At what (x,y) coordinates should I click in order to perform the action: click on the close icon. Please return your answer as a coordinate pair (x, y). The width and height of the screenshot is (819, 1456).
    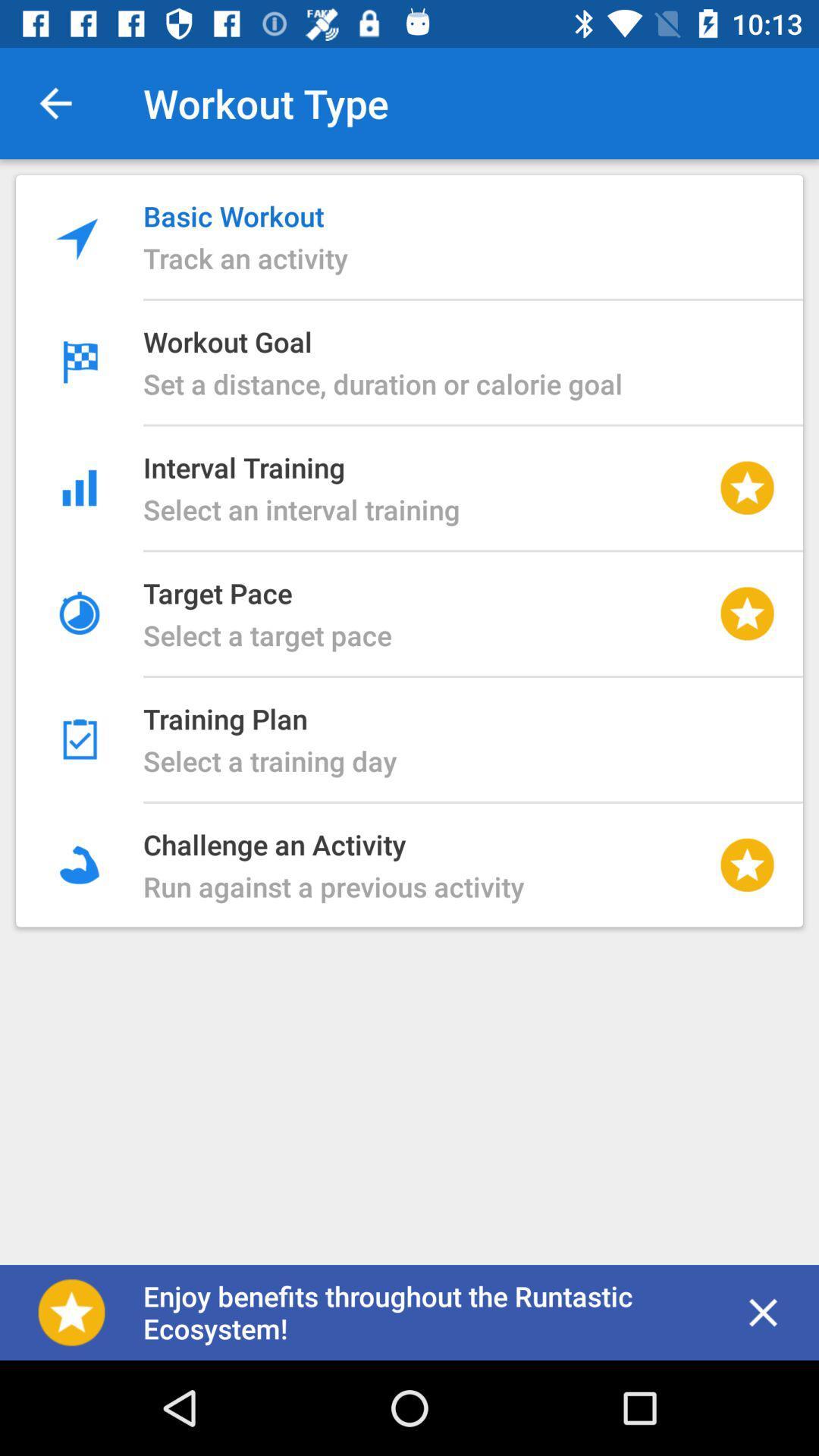
    Looking at the image, I should click on (763, 1312).